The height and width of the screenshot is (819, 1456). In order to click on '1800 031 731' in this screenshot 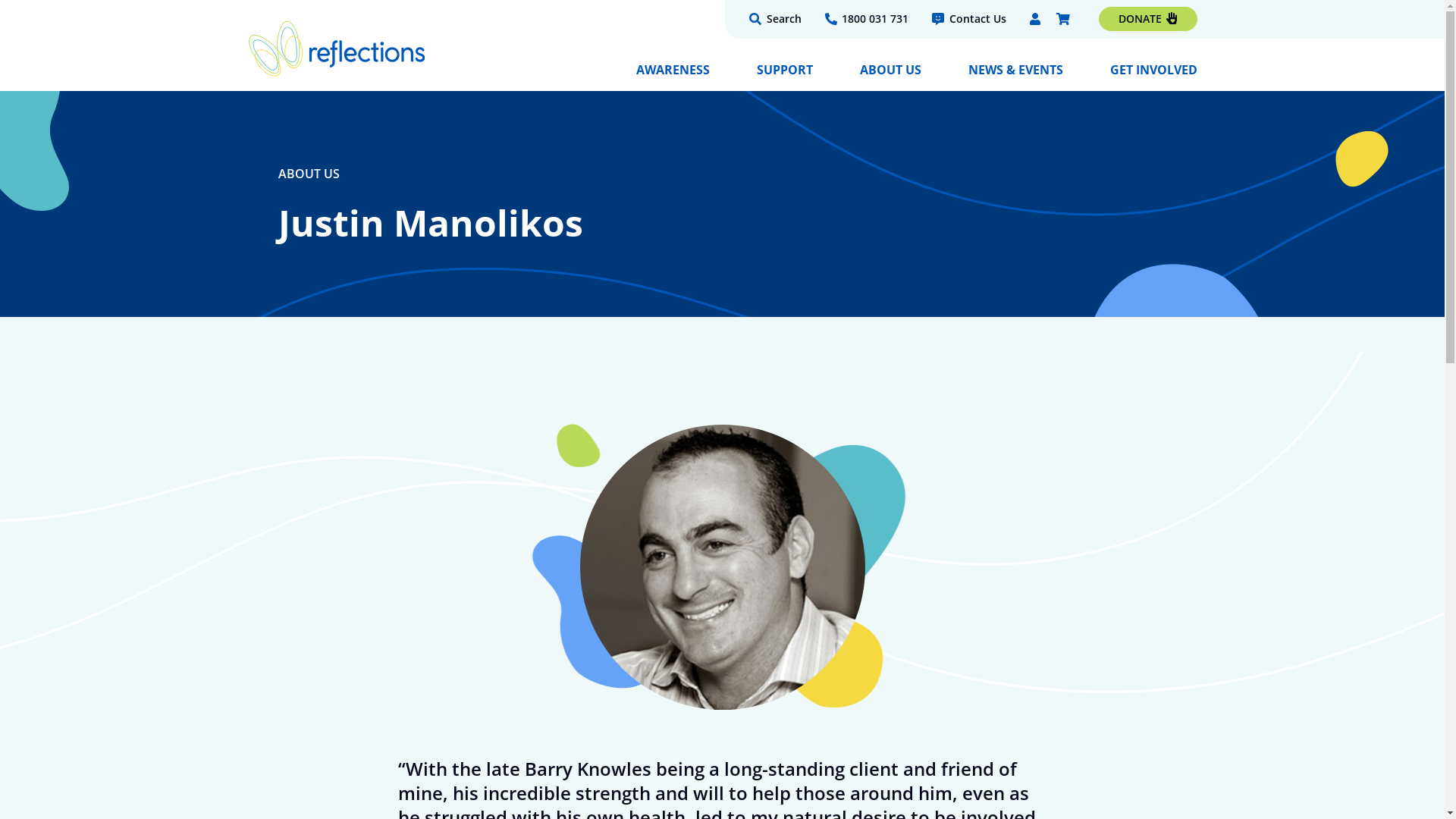, I will do `click(824, 18)`.